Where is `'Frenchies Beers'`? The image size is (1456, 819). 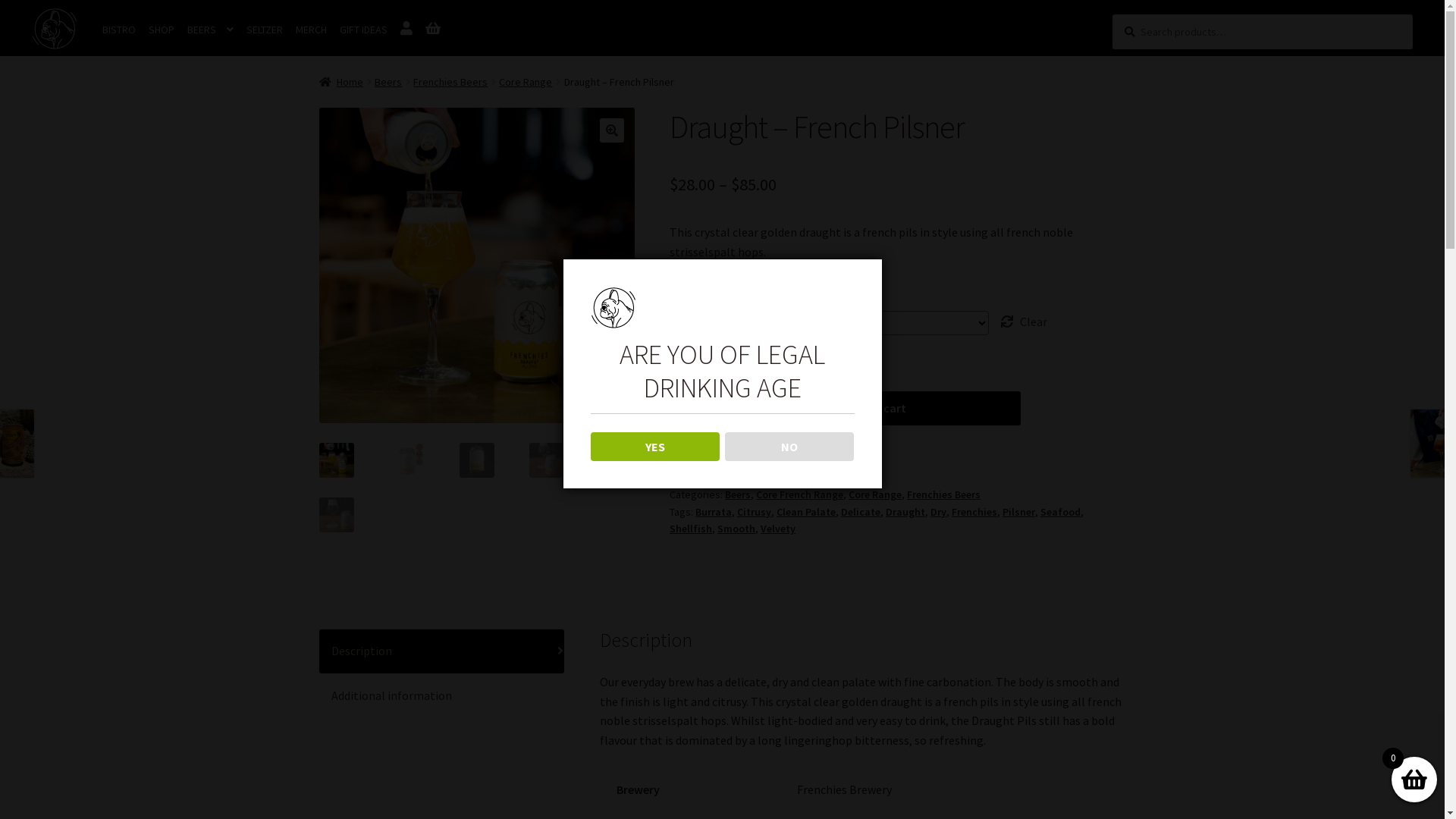
'Frenchies Beers' is located at coordinates (943, 494).